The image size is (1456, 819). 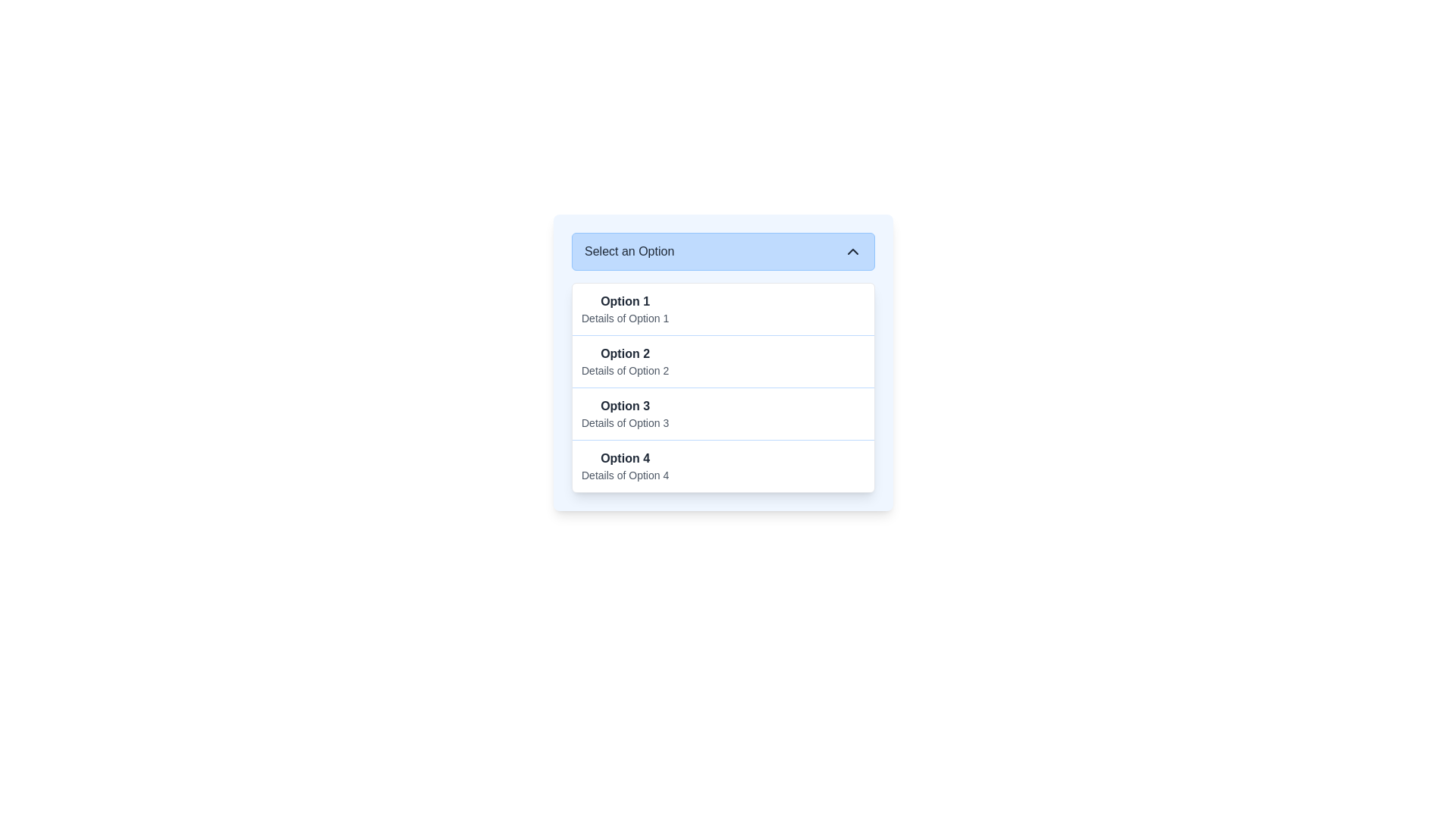 I want to click on the main label for the fourth selectable option in the dropdown menu, located above the text 'Details of Option 4.', so click(x=625, y=458).